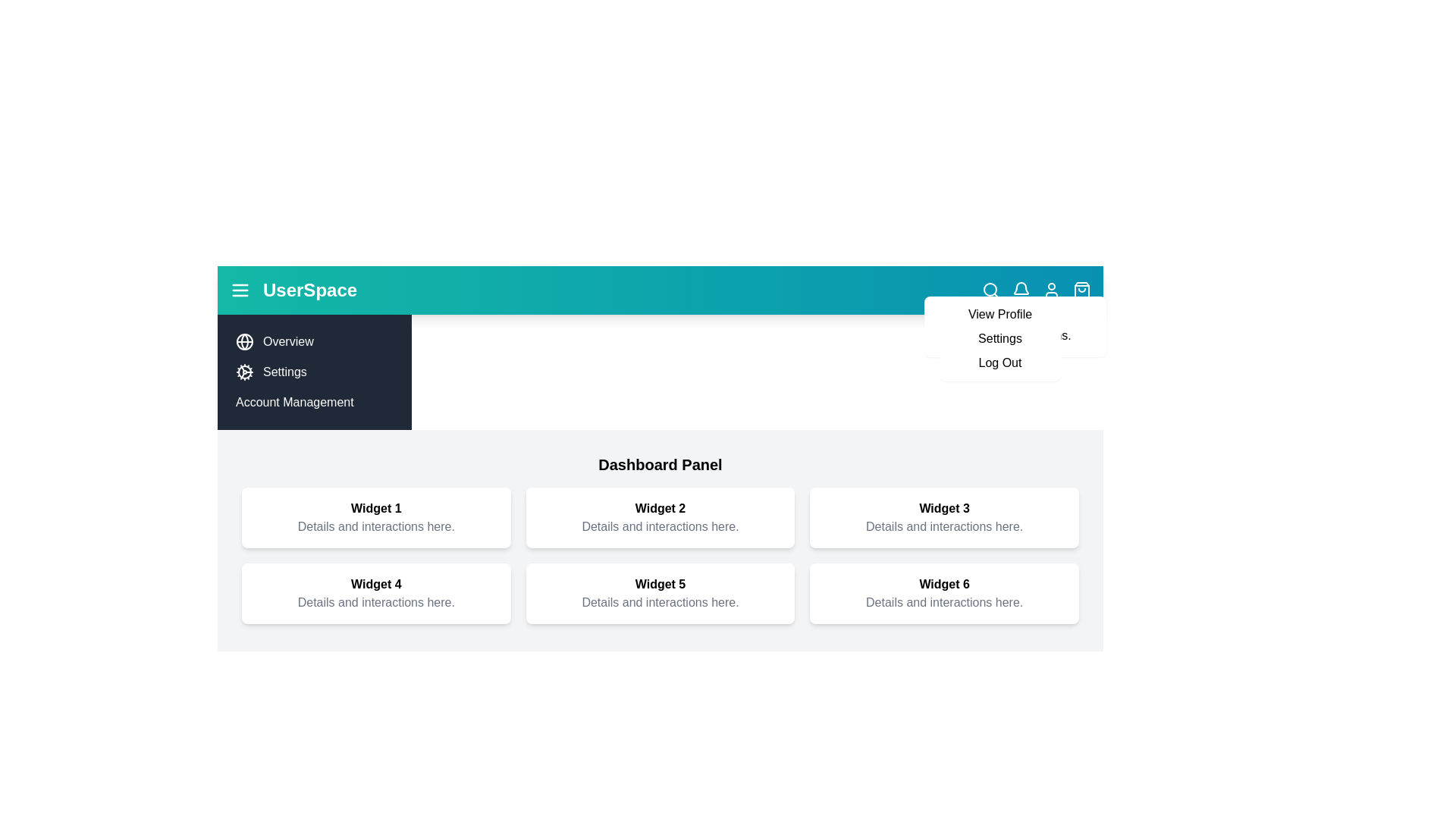 This screenshot has width=1456, height=819. What do you see at coordinates (244, 342) in the screenshot?
I see `the circular globe icon with a minimalist outline design located in the left sidebar navigation menu, adjacent to the 'Overview' text label` at bounding box center [244, 342].